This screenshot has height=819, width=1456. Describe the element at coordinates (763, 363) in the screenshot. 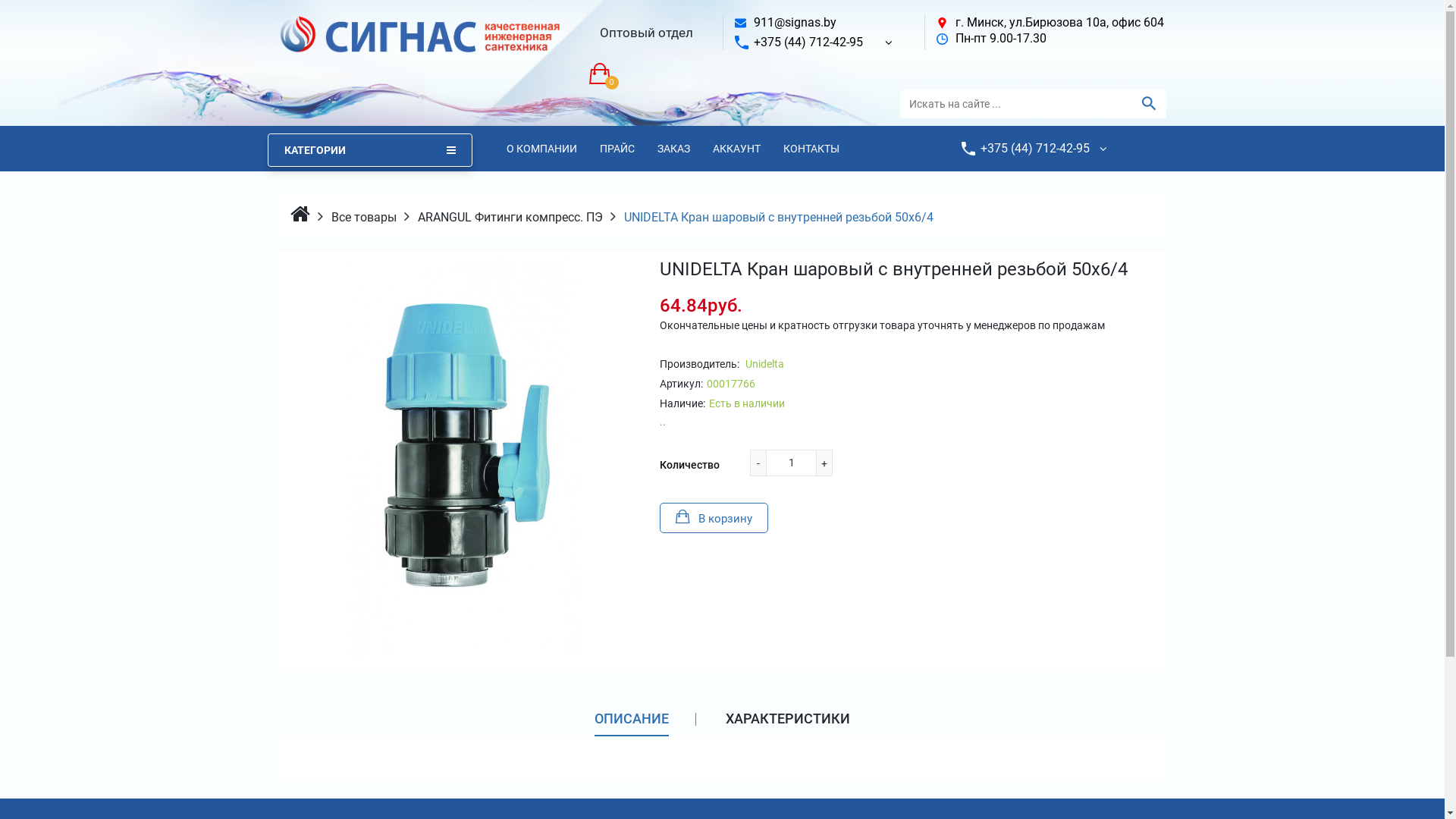

I see `'Unidelta'` at that location.